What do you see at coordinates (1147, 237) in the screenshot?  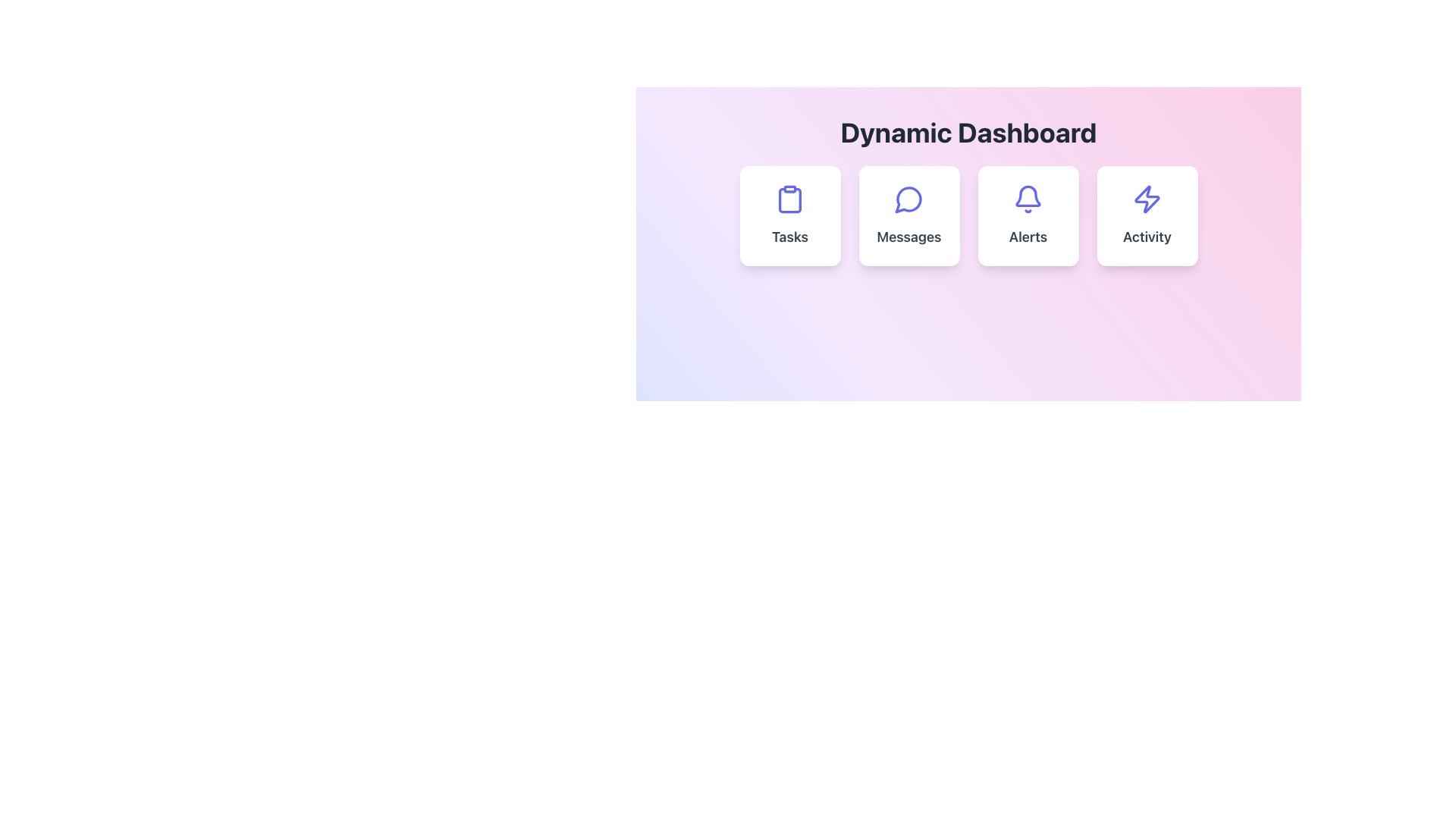 I see `text content of the text label displaying 'Activity' in bold, located at the bottom center of its card on the far right side of a group of four cards` at bounding box center [1147, 237].